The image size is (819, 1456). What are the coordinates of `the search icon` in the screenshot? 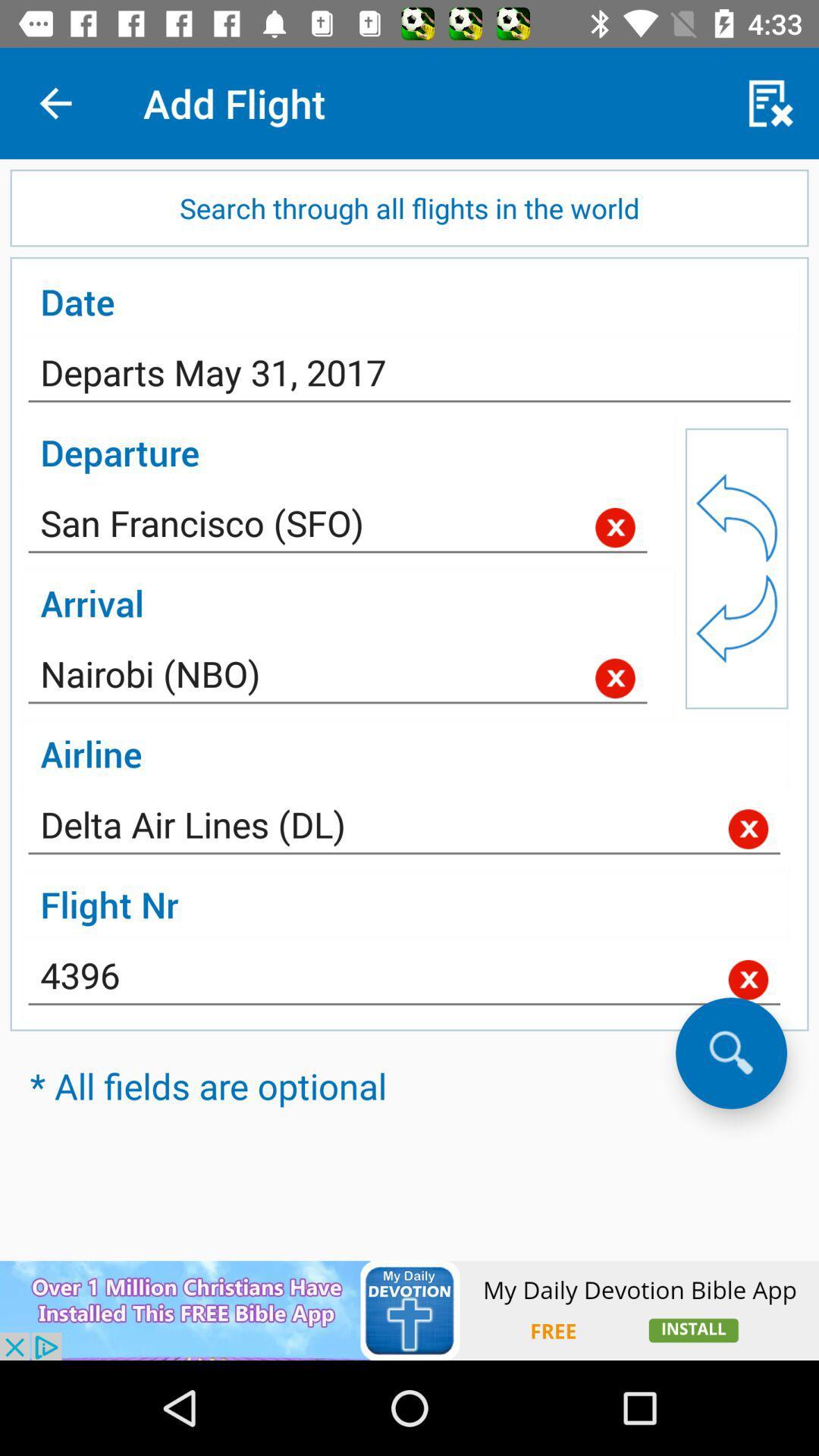 It's located at (730, 1052).